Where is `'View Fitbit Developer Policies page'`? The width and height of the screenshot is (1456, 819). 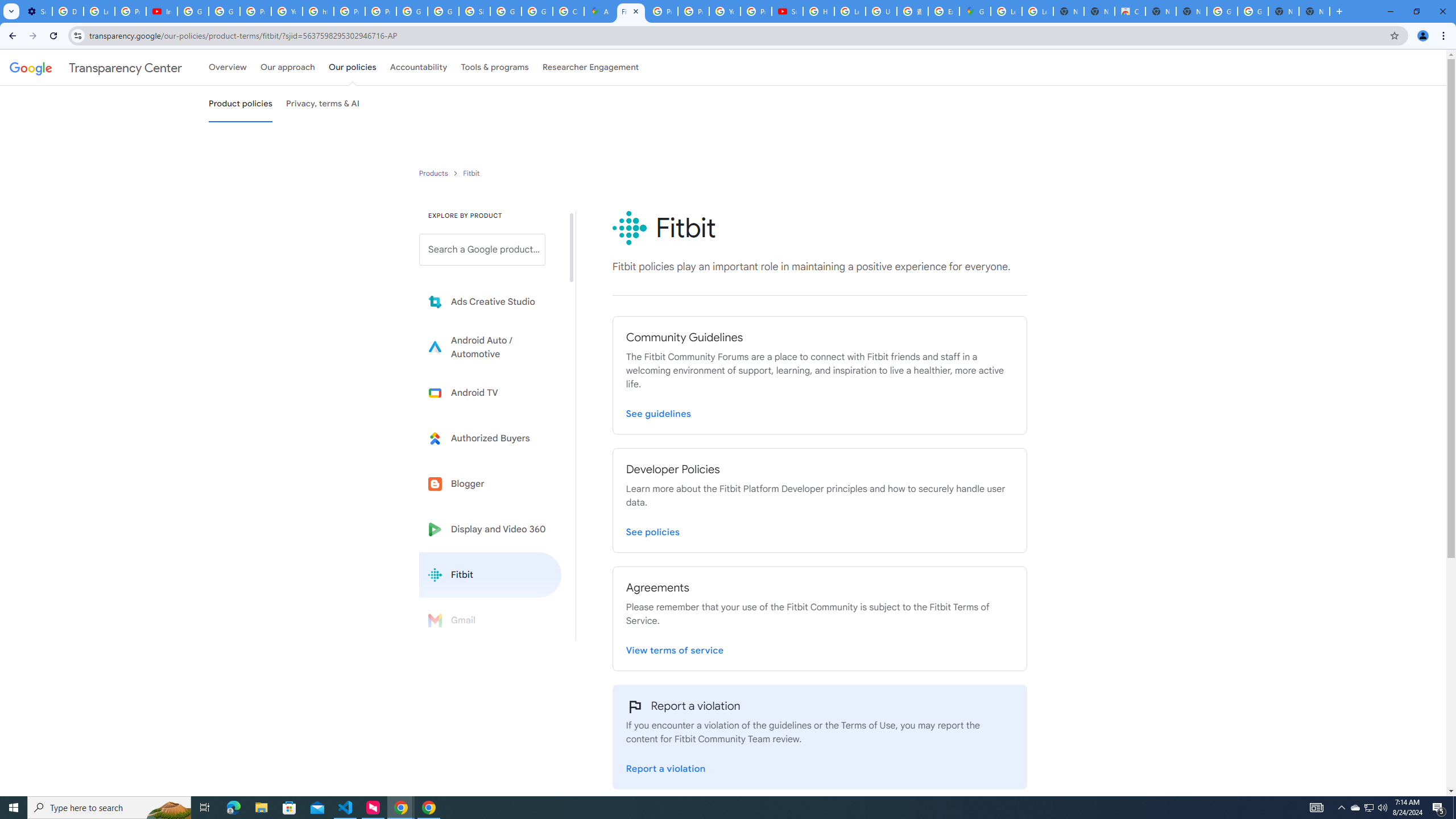 'View Fitbit Developer Policies page' is located at coordinates (652, 530).